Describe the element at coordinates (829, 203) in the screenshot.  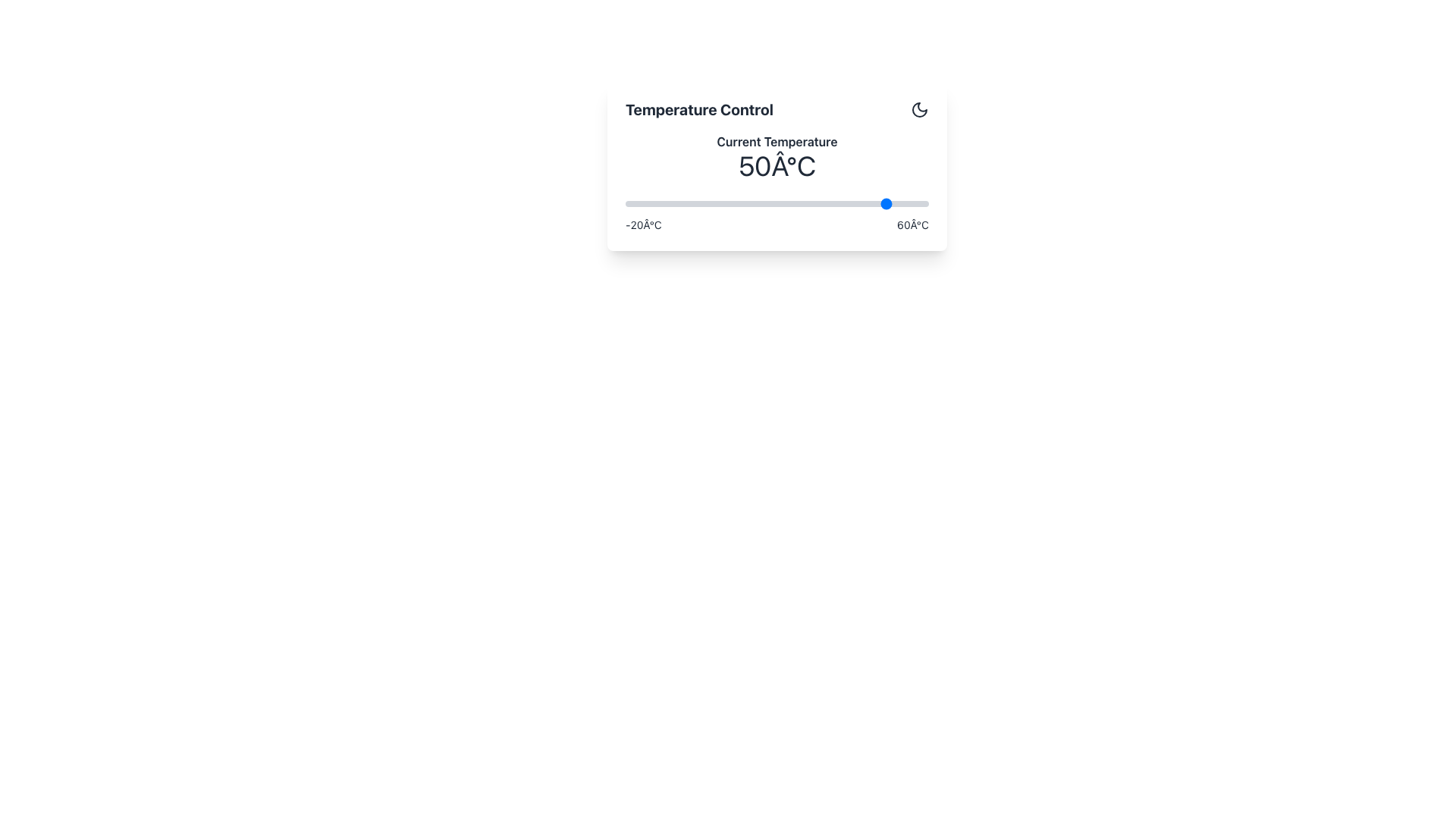
I see `the temperature` at that location.